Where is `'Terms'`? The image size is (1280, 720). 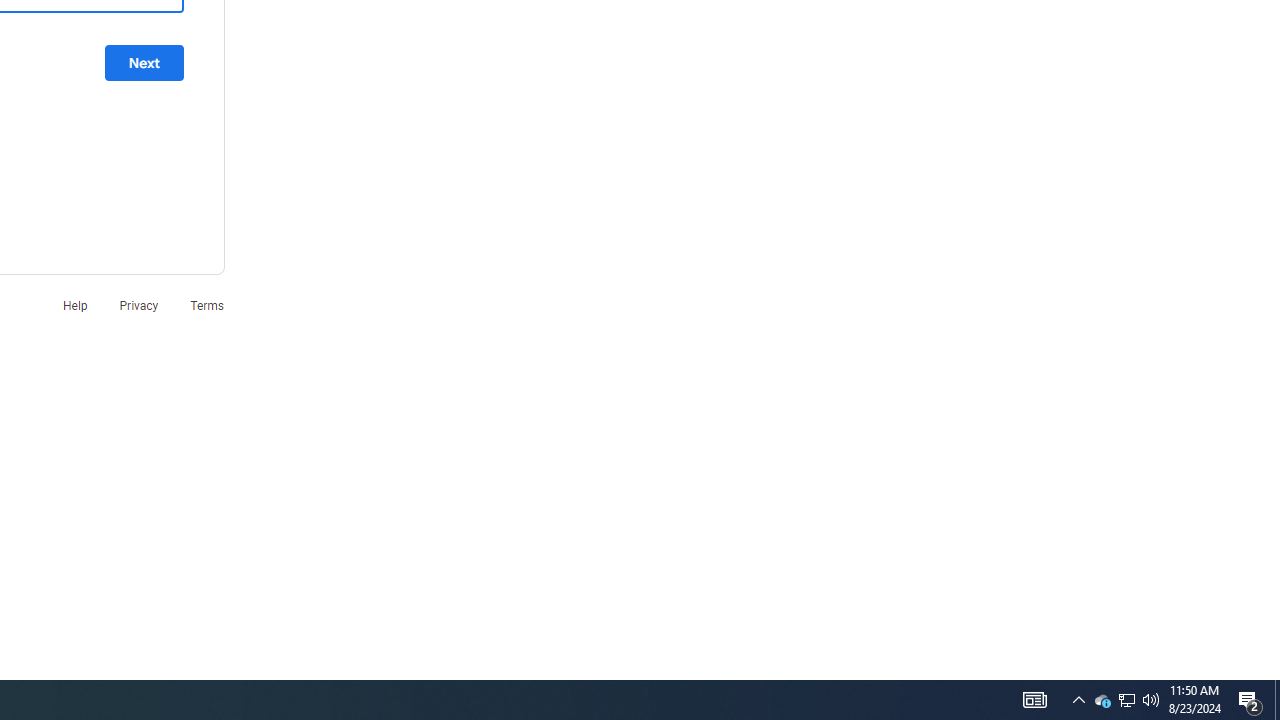
'Terms' is located at coordinates (207, 305).